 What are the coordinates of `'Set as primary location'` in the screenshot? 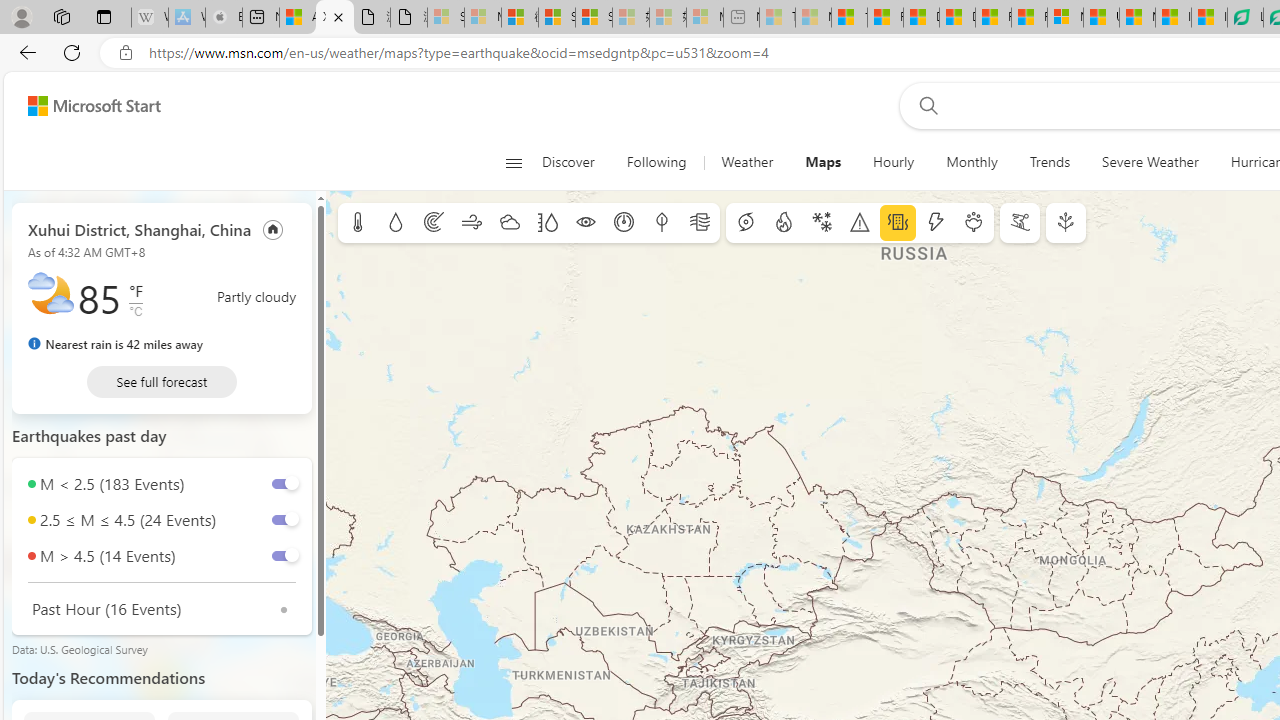 It's located at (272, 228).